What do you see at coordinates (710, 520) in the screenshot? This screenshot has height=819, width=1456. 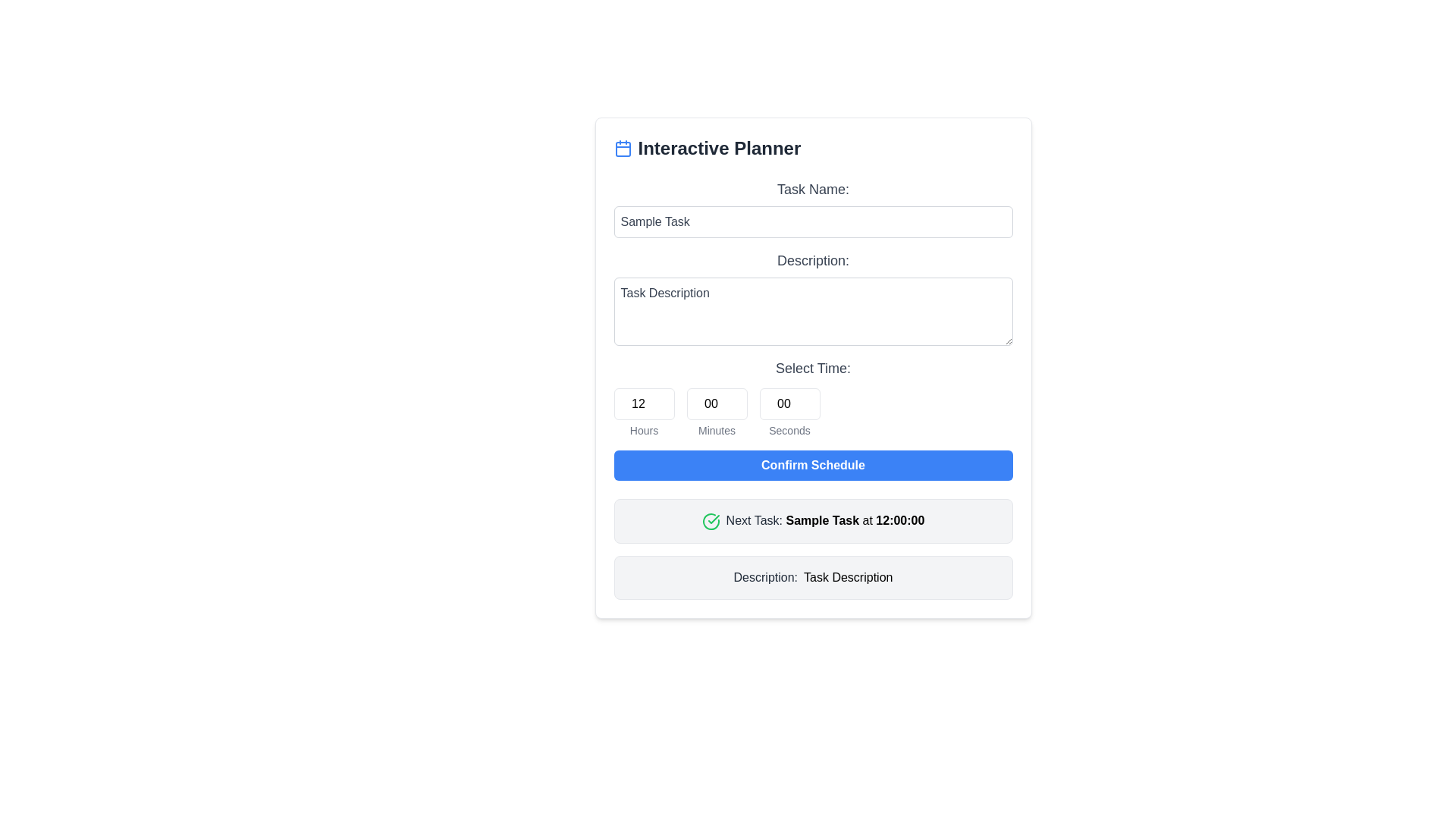 I see `the green circular icon with a checkmark that indicates completion, located at the beginning of the text 'Next Task: Sample Task at 12:00:00'` at bounding box center [710, 520].